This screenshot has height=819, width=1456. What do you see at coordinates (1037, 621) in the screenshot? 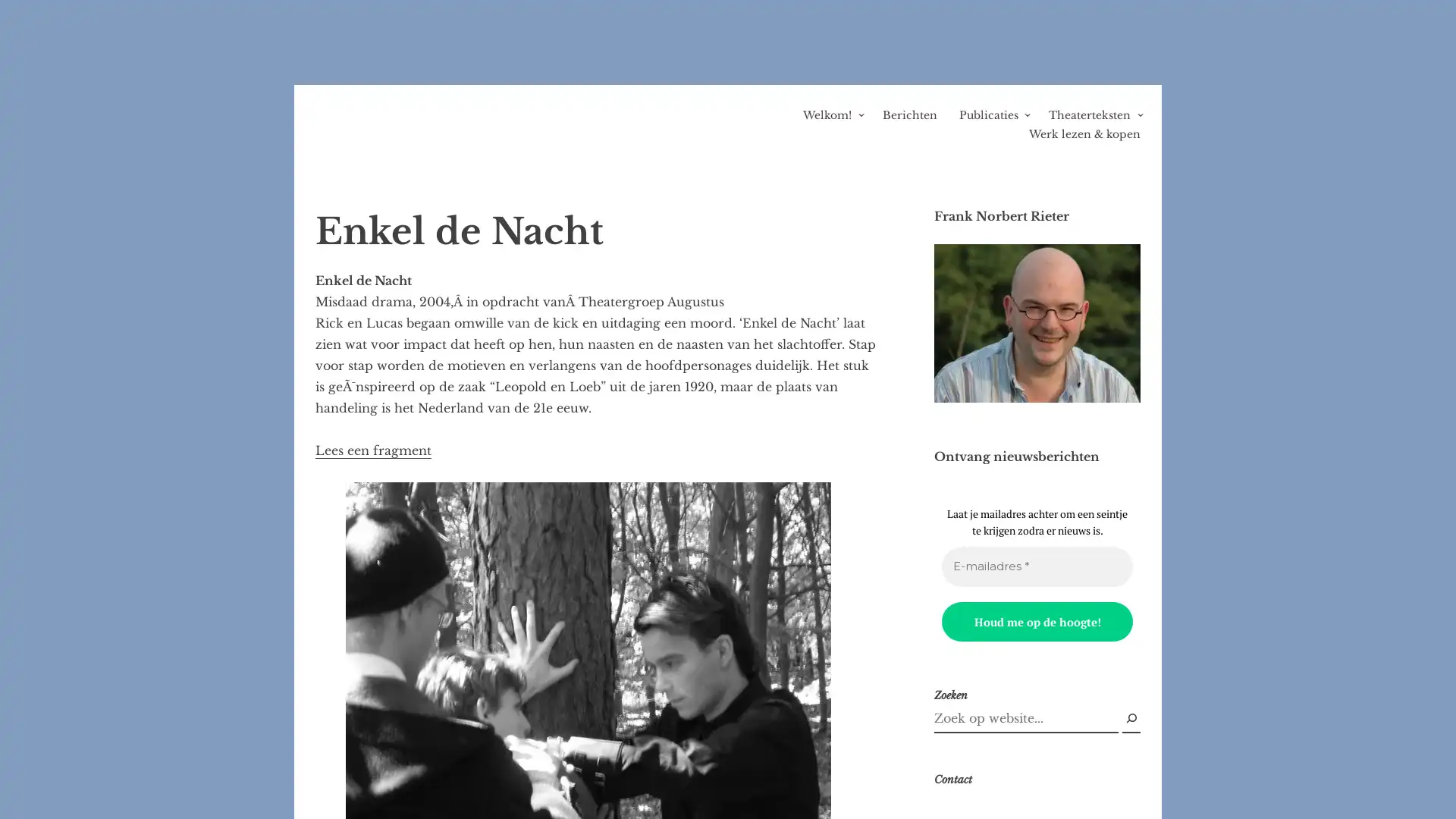
I see `Houd me op de hoogte!` at bounding box center [1037, 621].